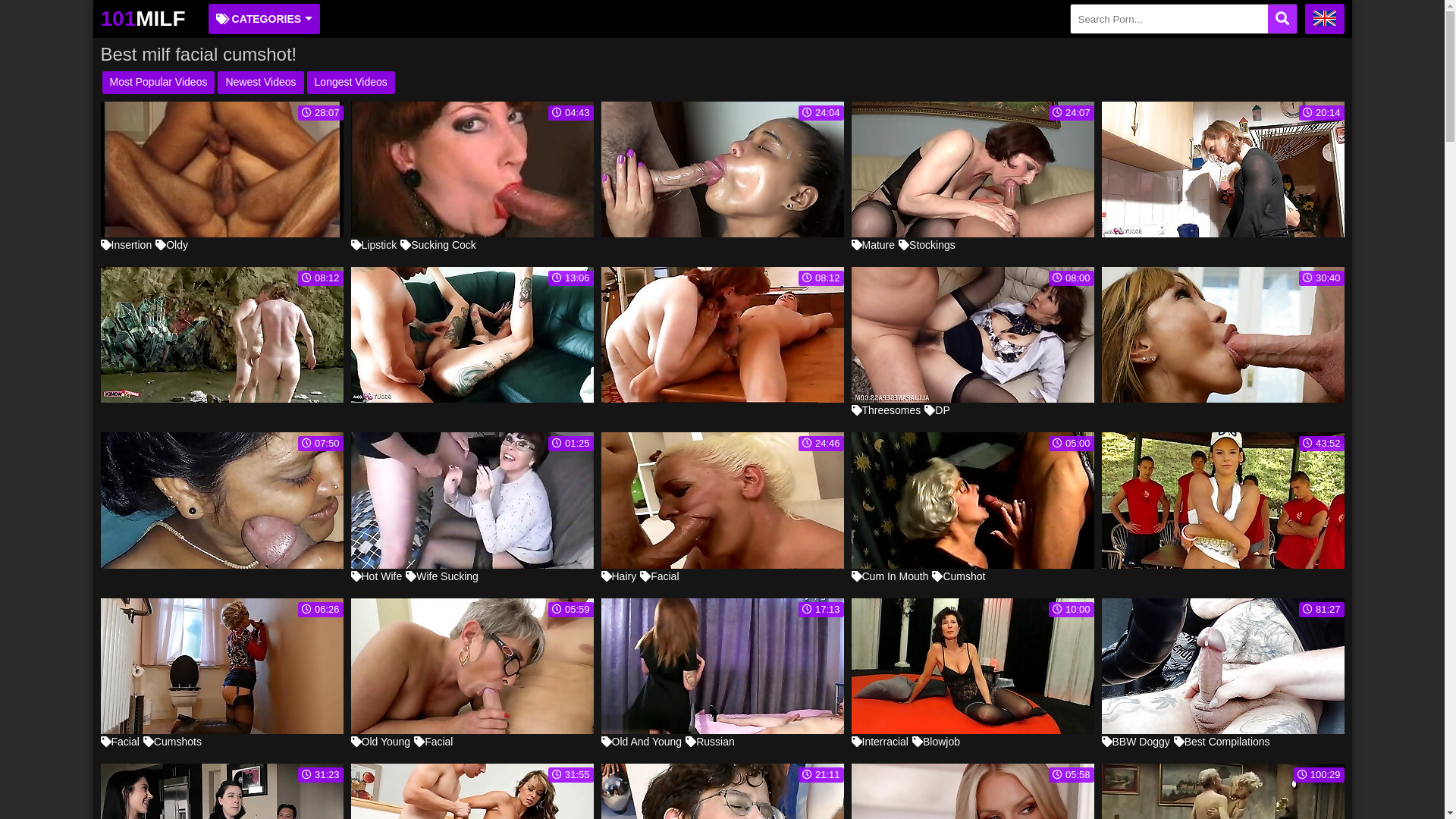 This screenshot has width=1456, height=819. What do you see at coordinates (118, 741) in the screenshot?
I see `'Facial'` at bounding box center [118, 741].